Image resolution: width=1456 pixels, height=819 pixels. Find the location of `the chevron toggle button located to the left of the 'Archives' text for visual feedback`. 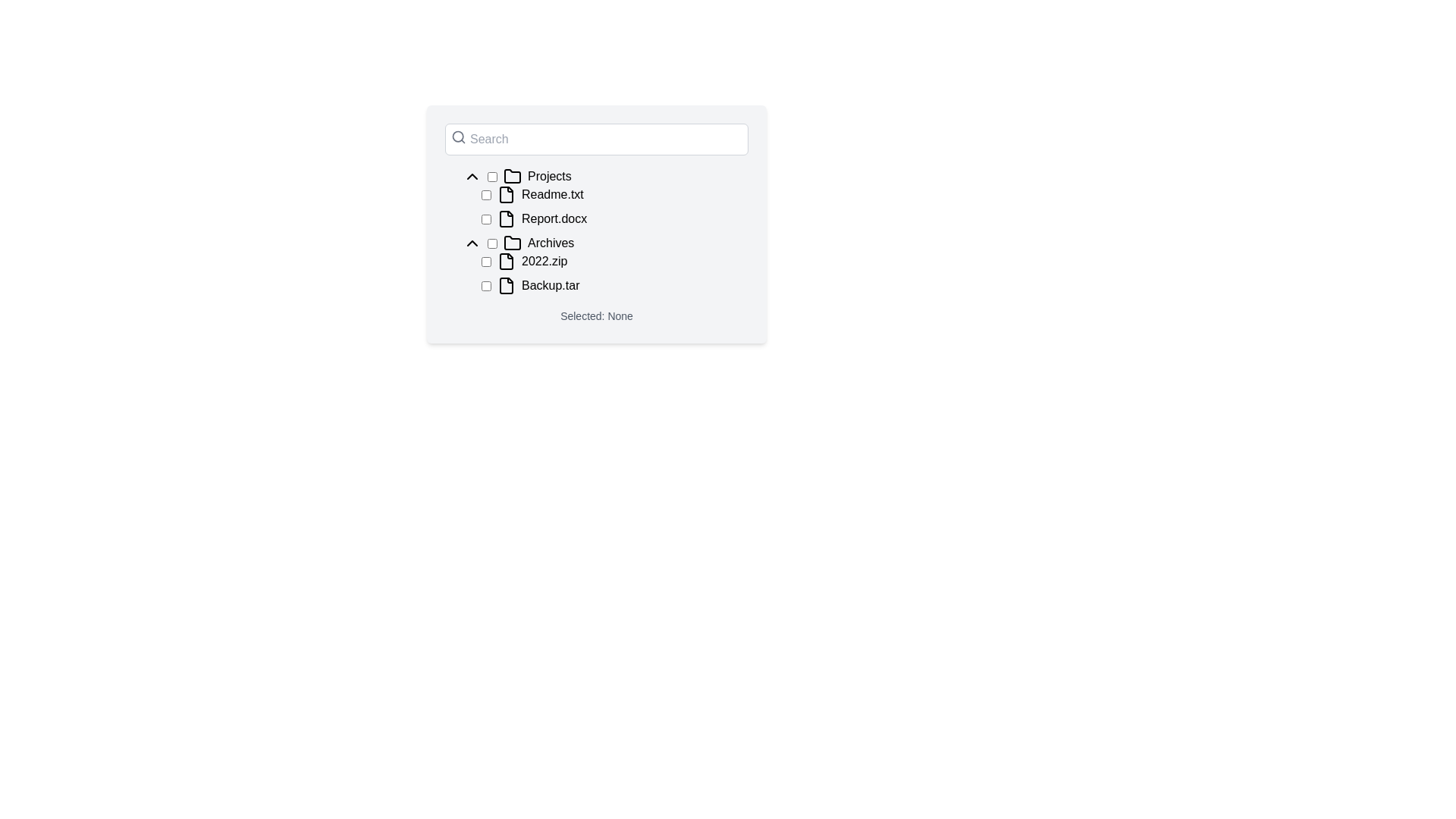

the chevron toggle button located to the left of the 'Archives' text for visual feedback is located at coordinates (472, 242).